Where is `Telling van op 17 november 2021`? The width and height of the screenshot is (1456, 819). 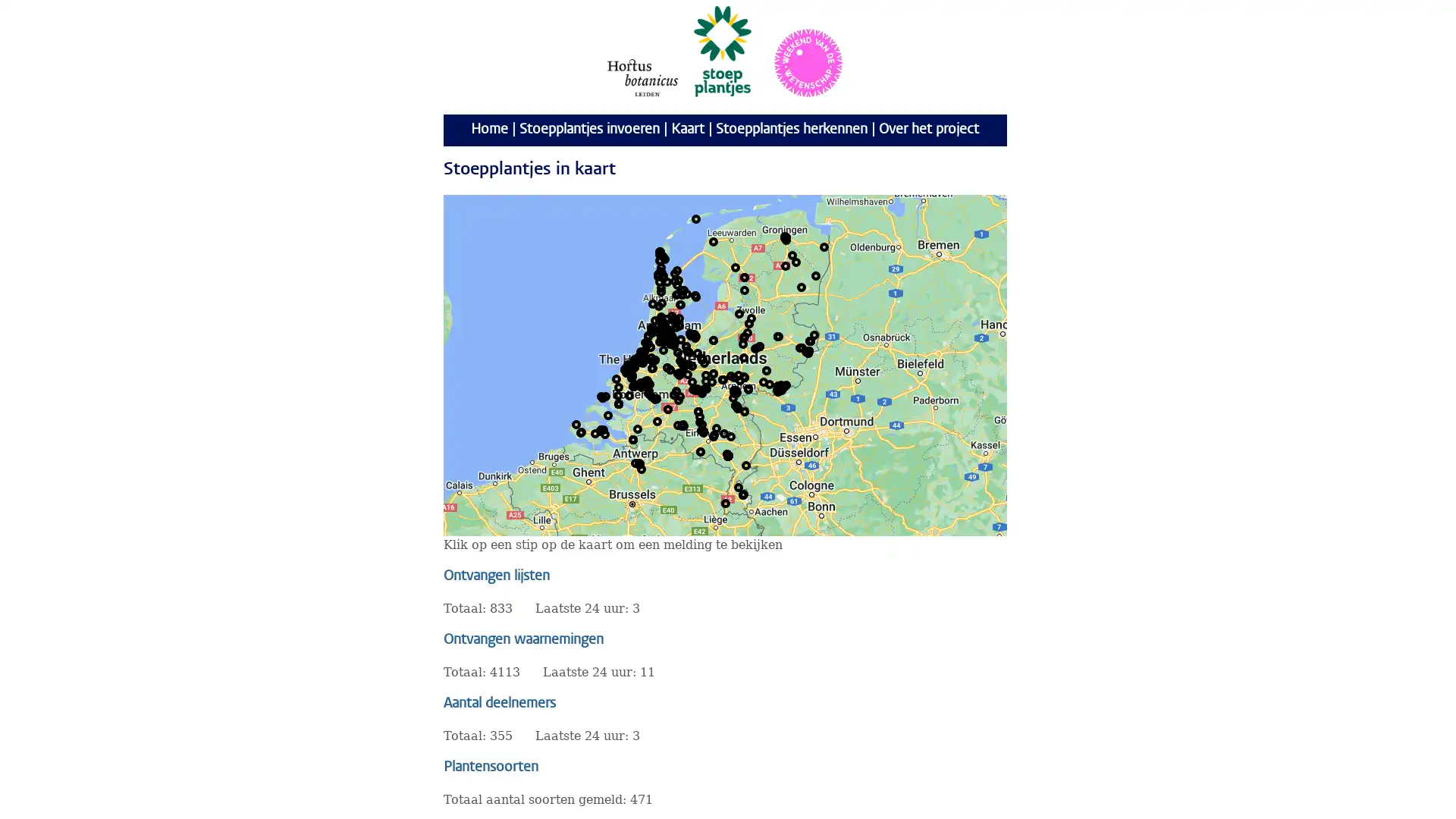 Telling van op 17 november 2021 is located at coordinates (660, 318).